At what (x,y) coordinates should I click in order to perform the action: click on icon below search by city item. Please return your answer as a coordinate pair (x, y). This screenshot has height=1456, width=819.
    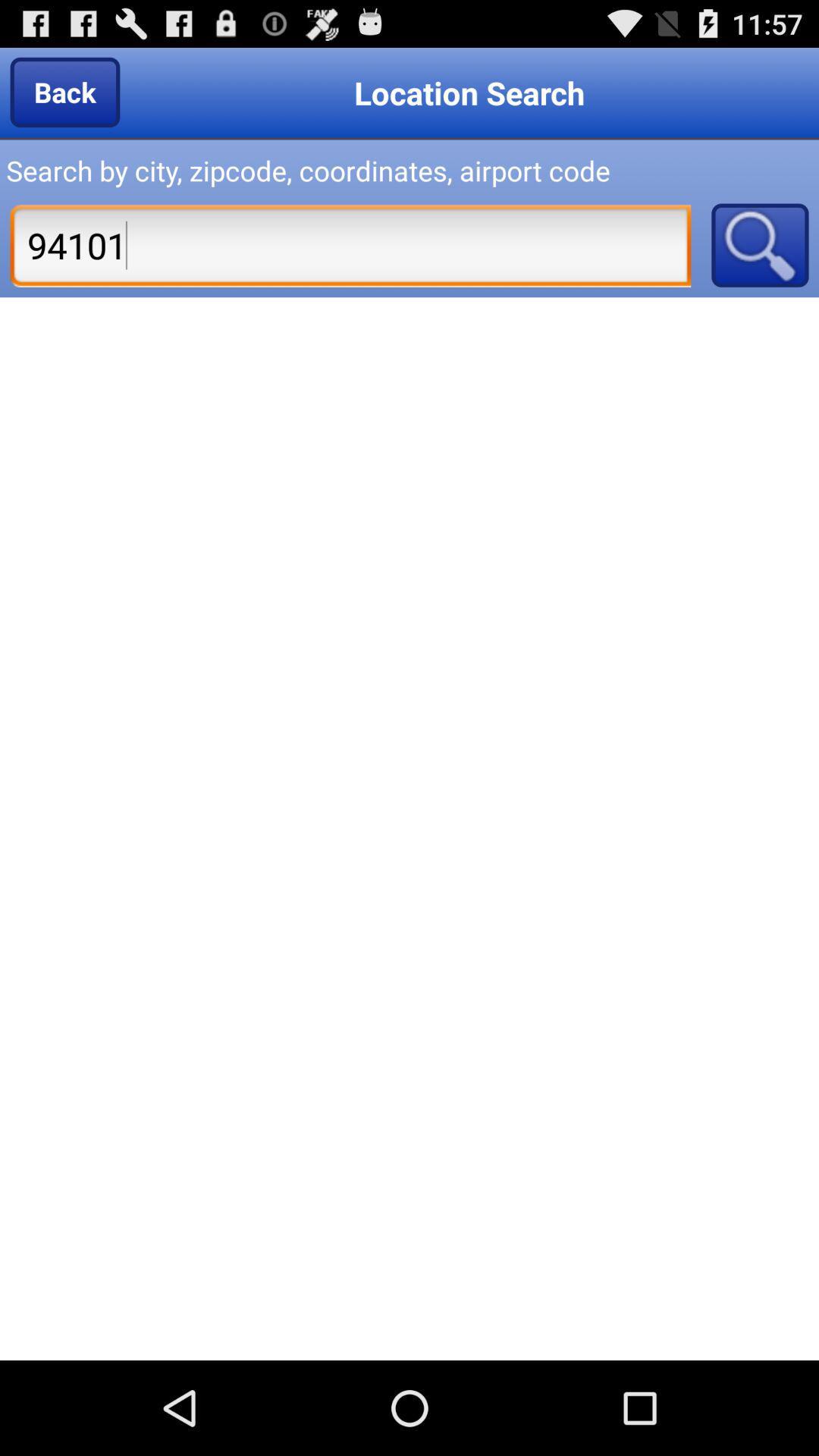
    Looking at the image, I should click on (350, 245).